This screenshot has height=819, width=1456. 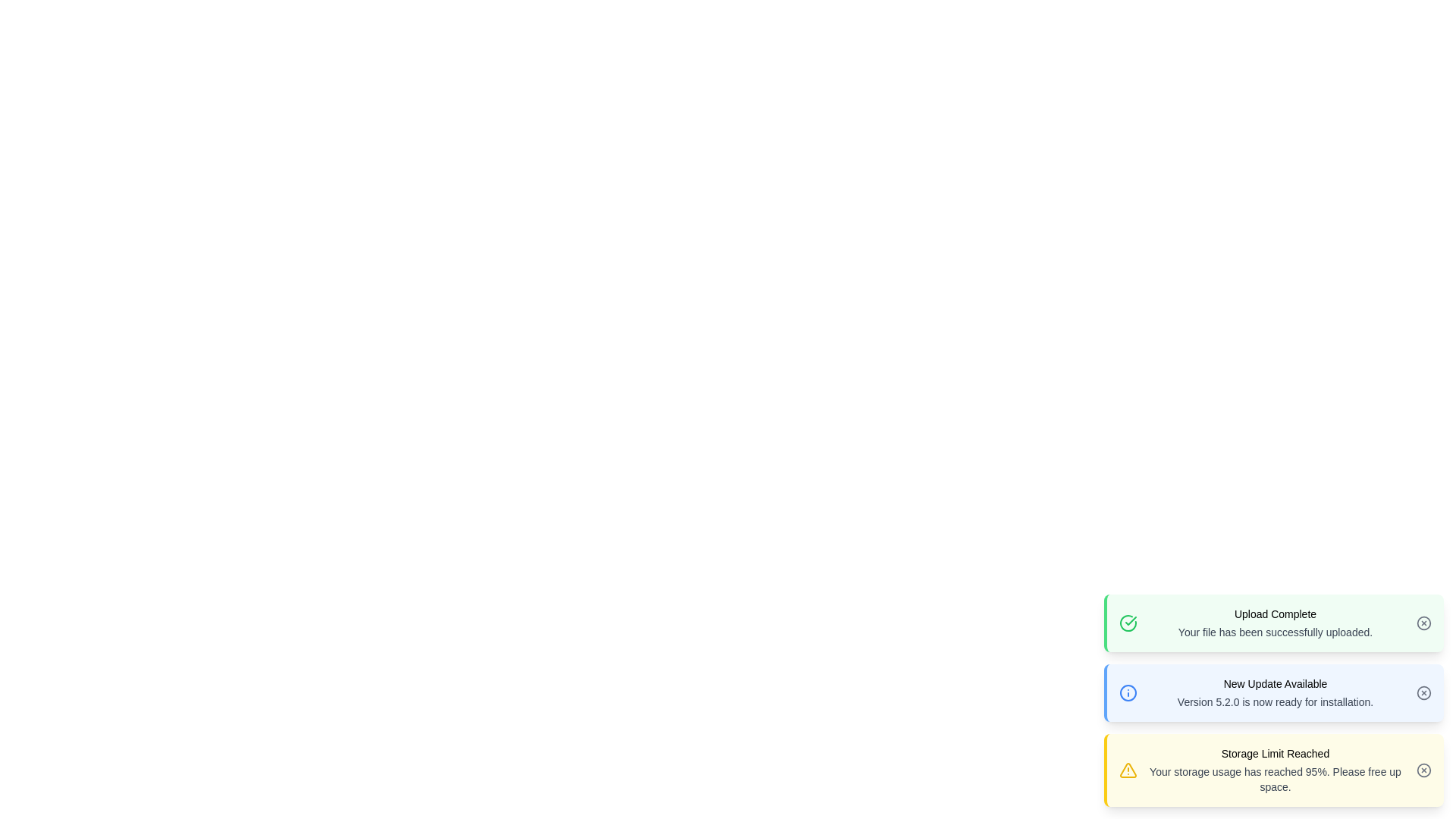 I want to click on the success icon located to the left of the 'Upload Complete' message in the topmost notification section, so click(x=1128, y=623).